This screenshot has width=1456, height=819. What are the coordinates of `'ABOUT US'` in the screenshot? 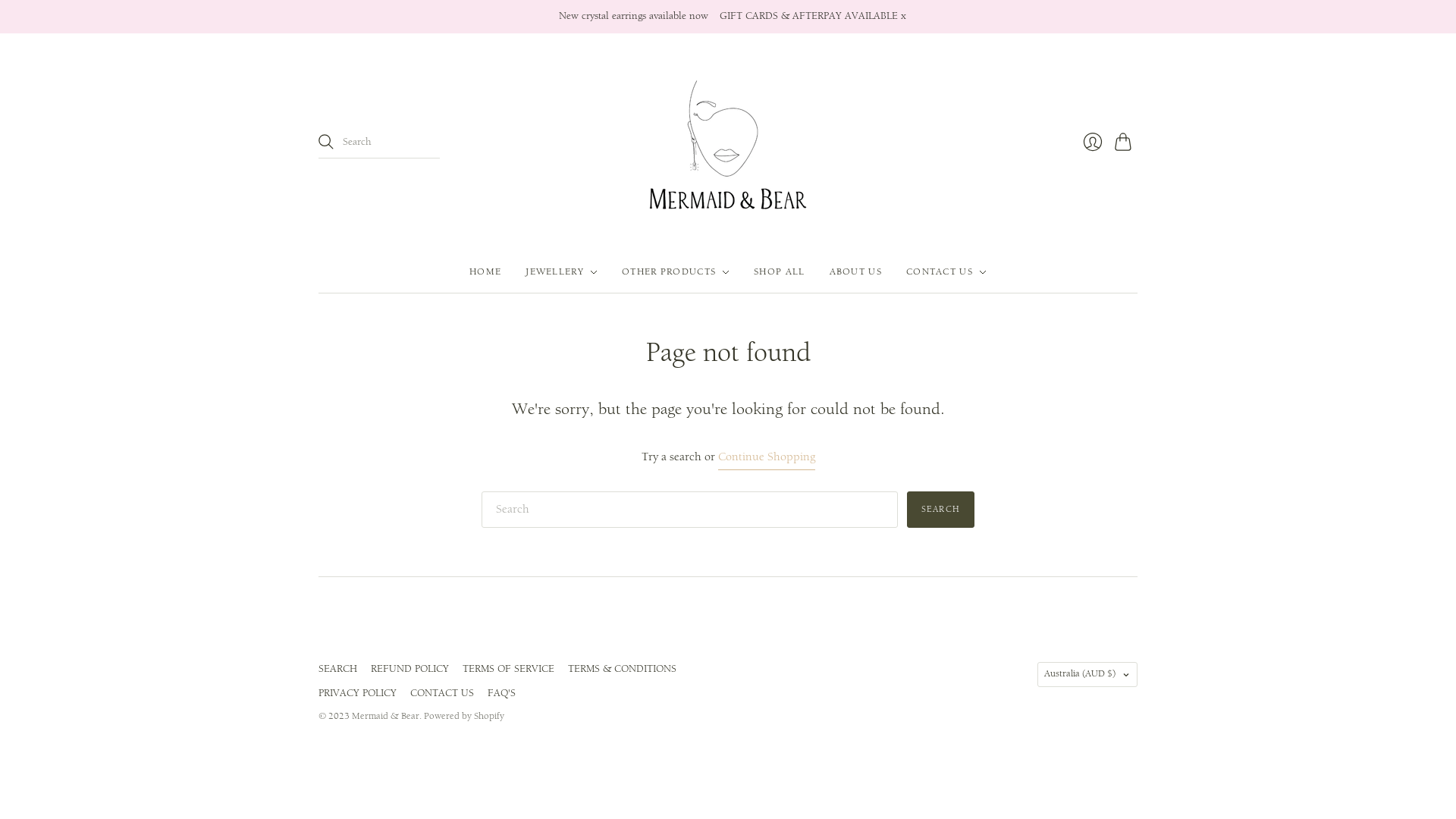 It's located at (855, 271).